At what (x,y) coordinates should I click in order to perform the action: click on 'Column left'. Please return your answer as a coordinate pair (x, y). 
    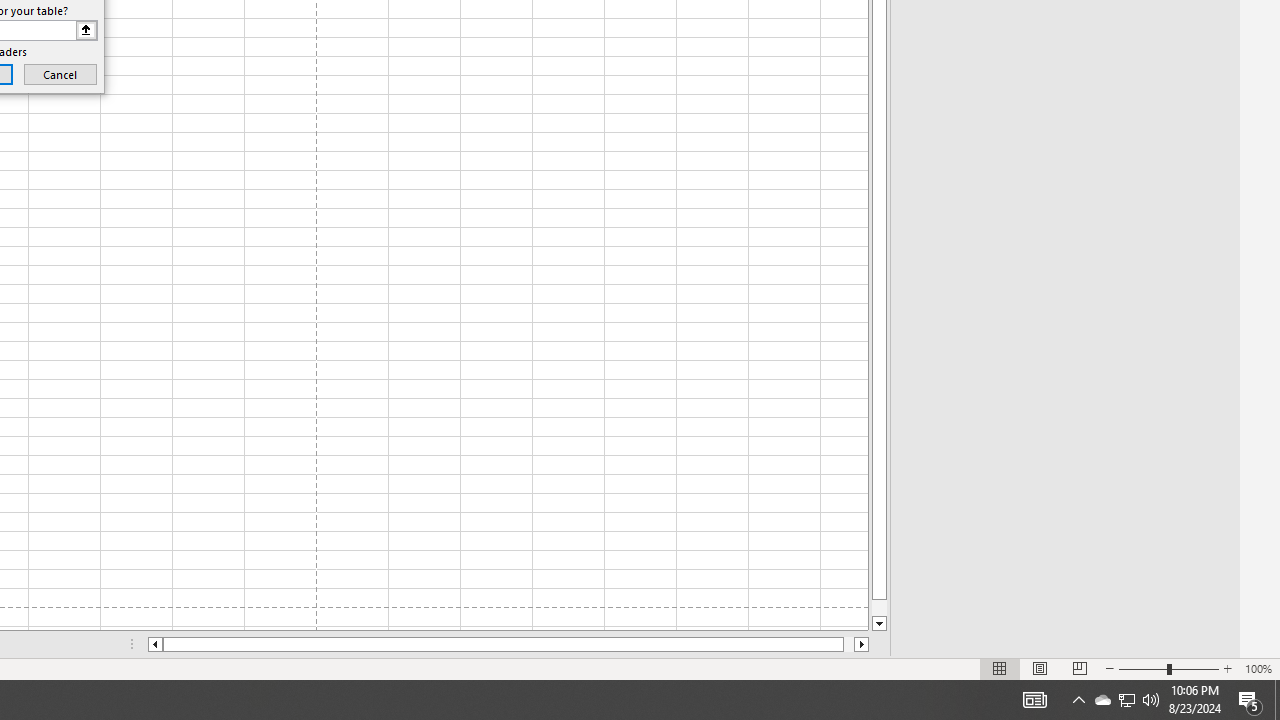
    Looking at the image, I should click on (153, 644).